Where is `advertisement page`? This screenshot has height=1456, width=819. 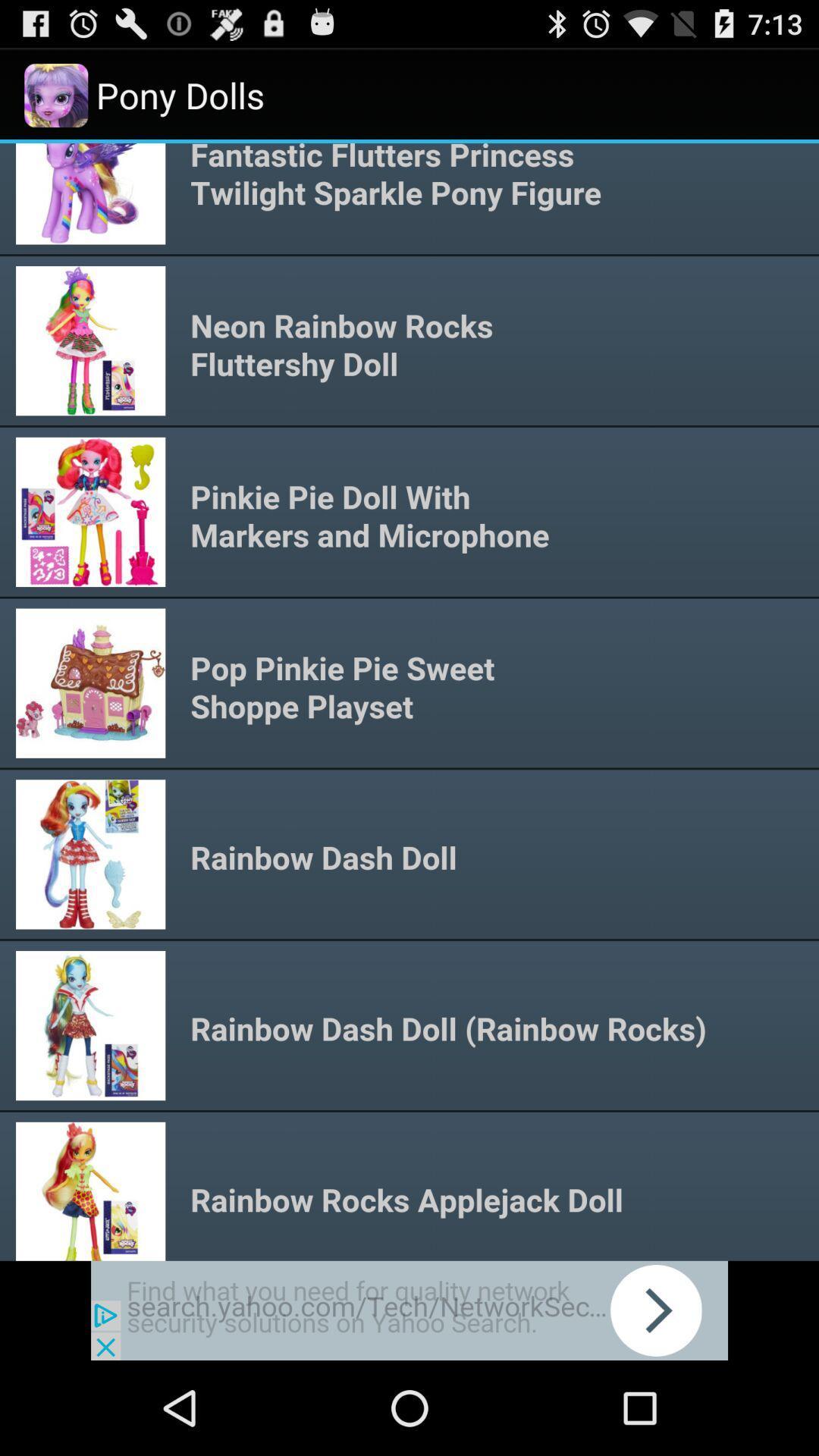 advertisement page is located at coordinates (409, 1310).